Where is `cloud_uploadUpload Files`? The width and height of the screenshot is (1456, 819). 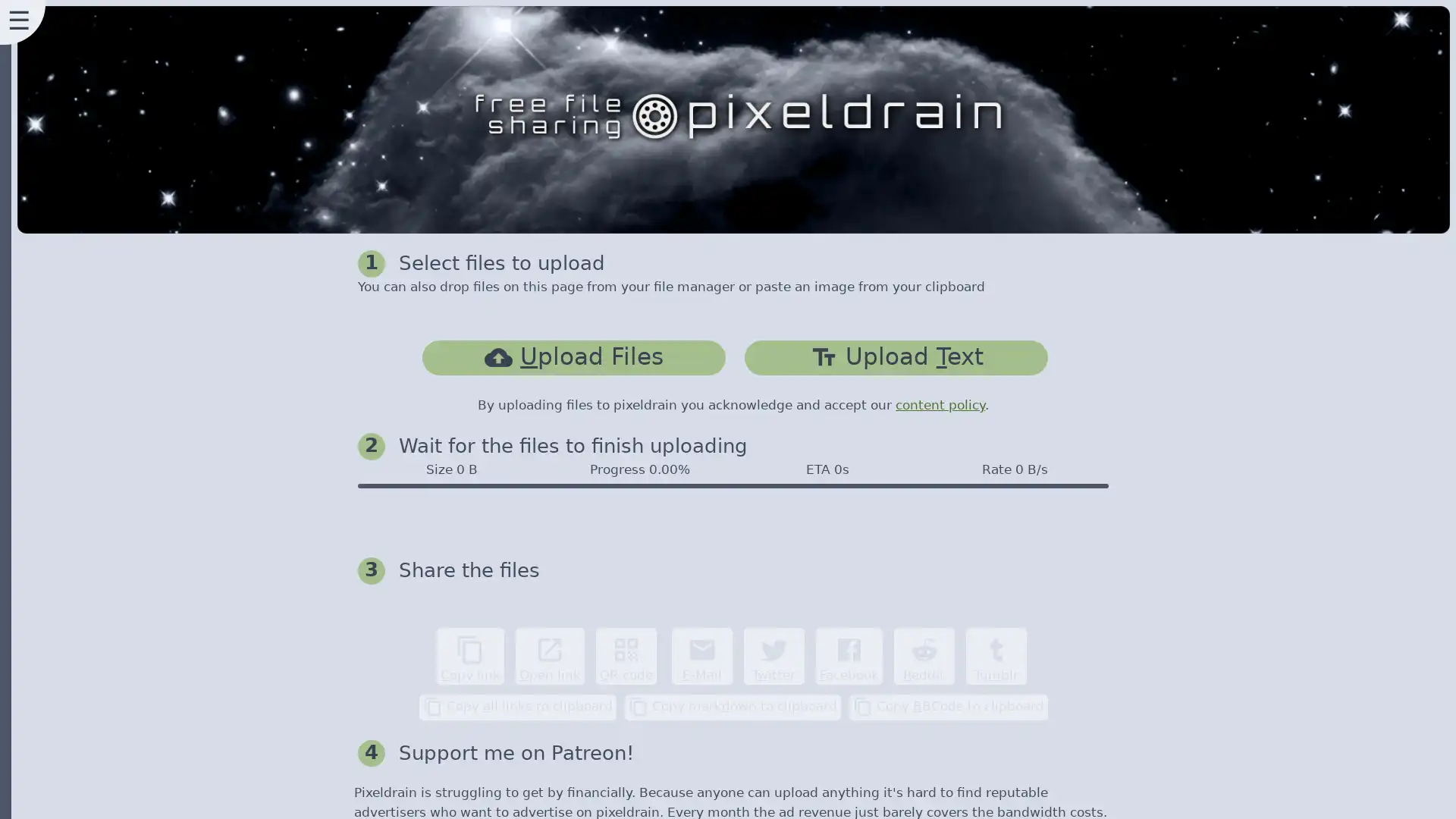 cloud_uploadUpload Files is located at coordinates (676, 357).